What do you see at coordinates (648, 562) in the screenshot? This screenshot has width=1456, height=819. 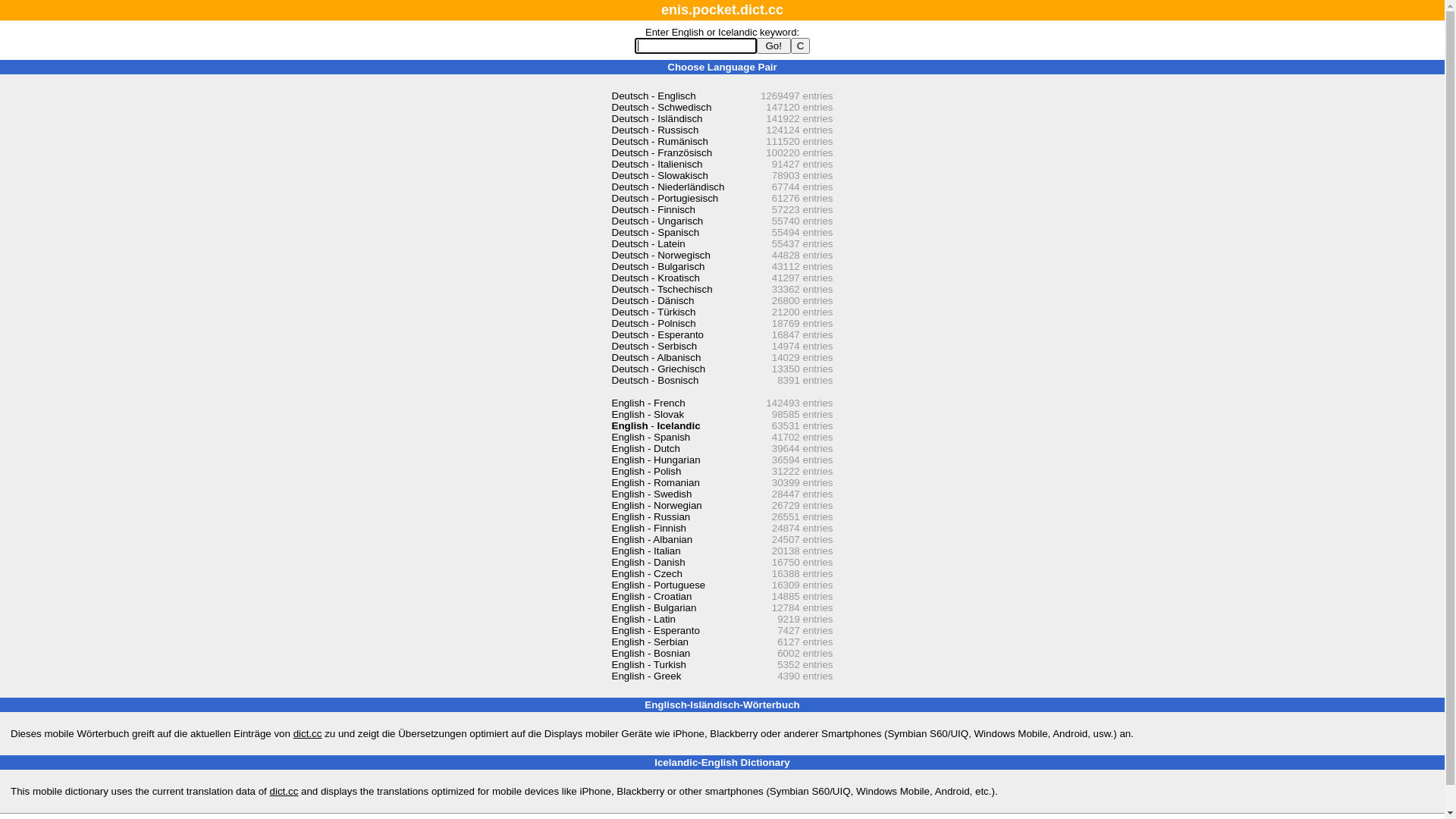 I see `'English - Danish'` at bounding box center [648, 562].